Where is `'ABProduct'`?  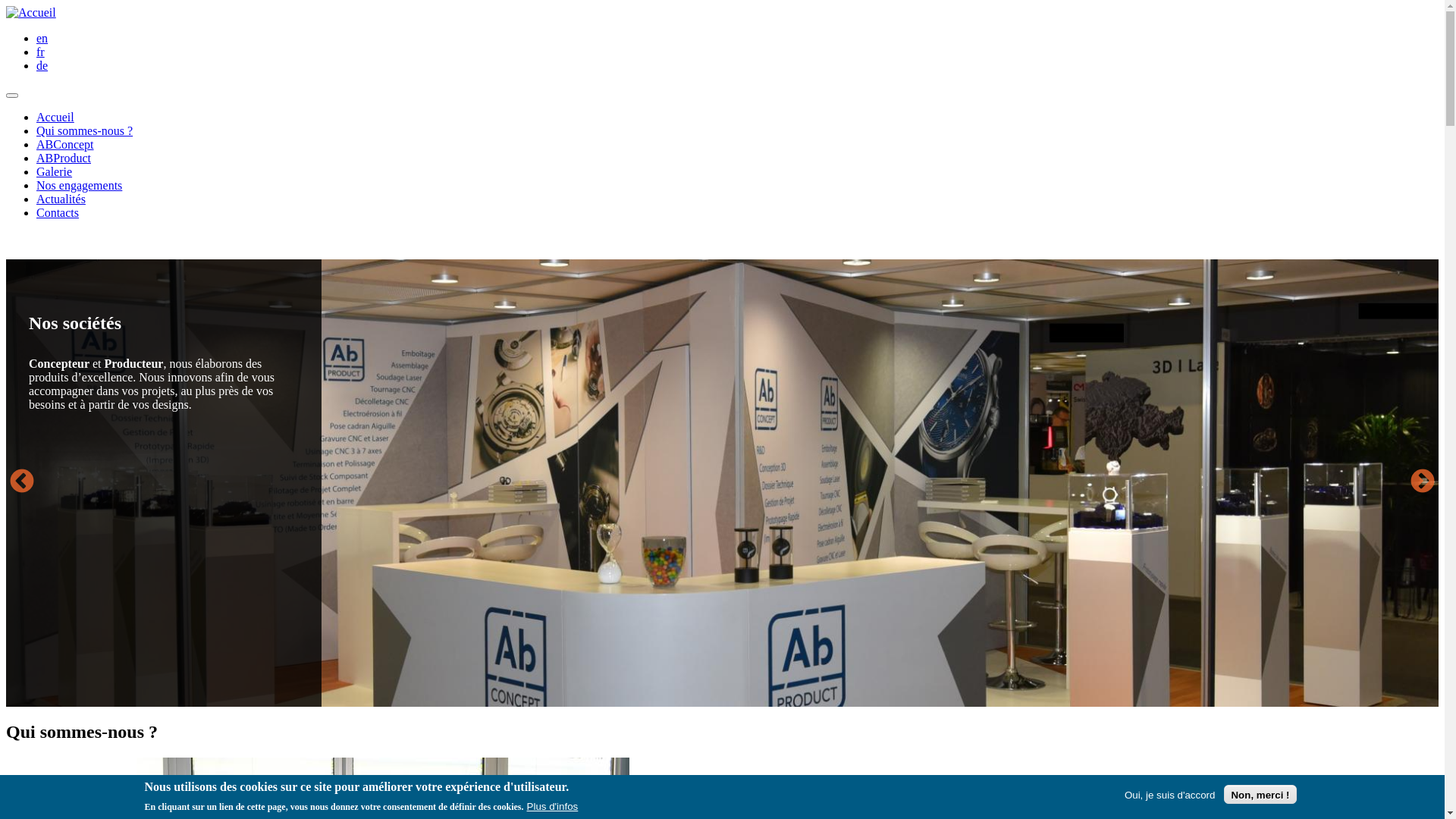 'ABProduct' is located at coordinates (62, 158).